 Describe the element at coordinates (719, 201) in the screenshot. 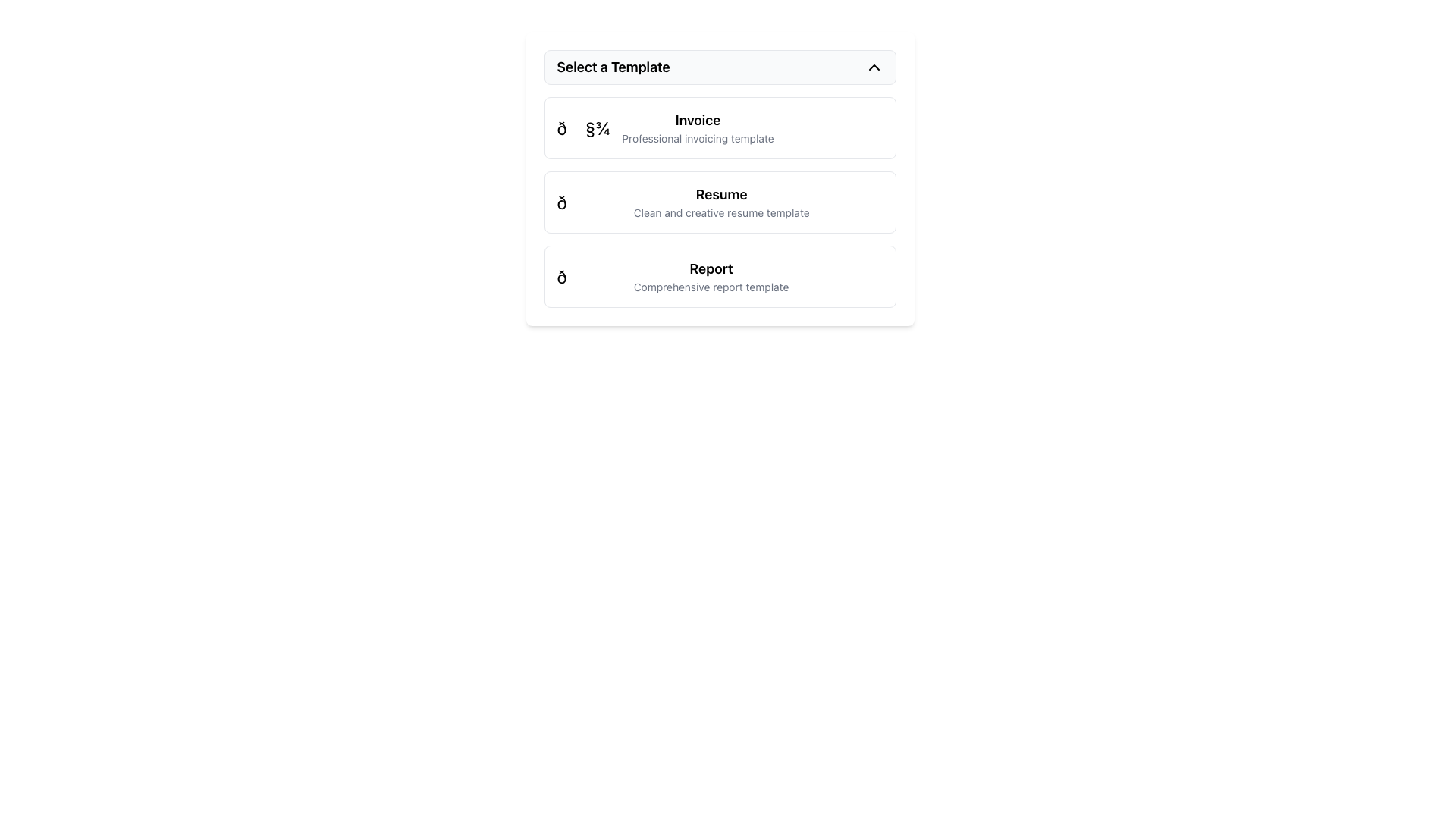

I see `the second selectable item in the template grid labeled 'Resume'` at that location.